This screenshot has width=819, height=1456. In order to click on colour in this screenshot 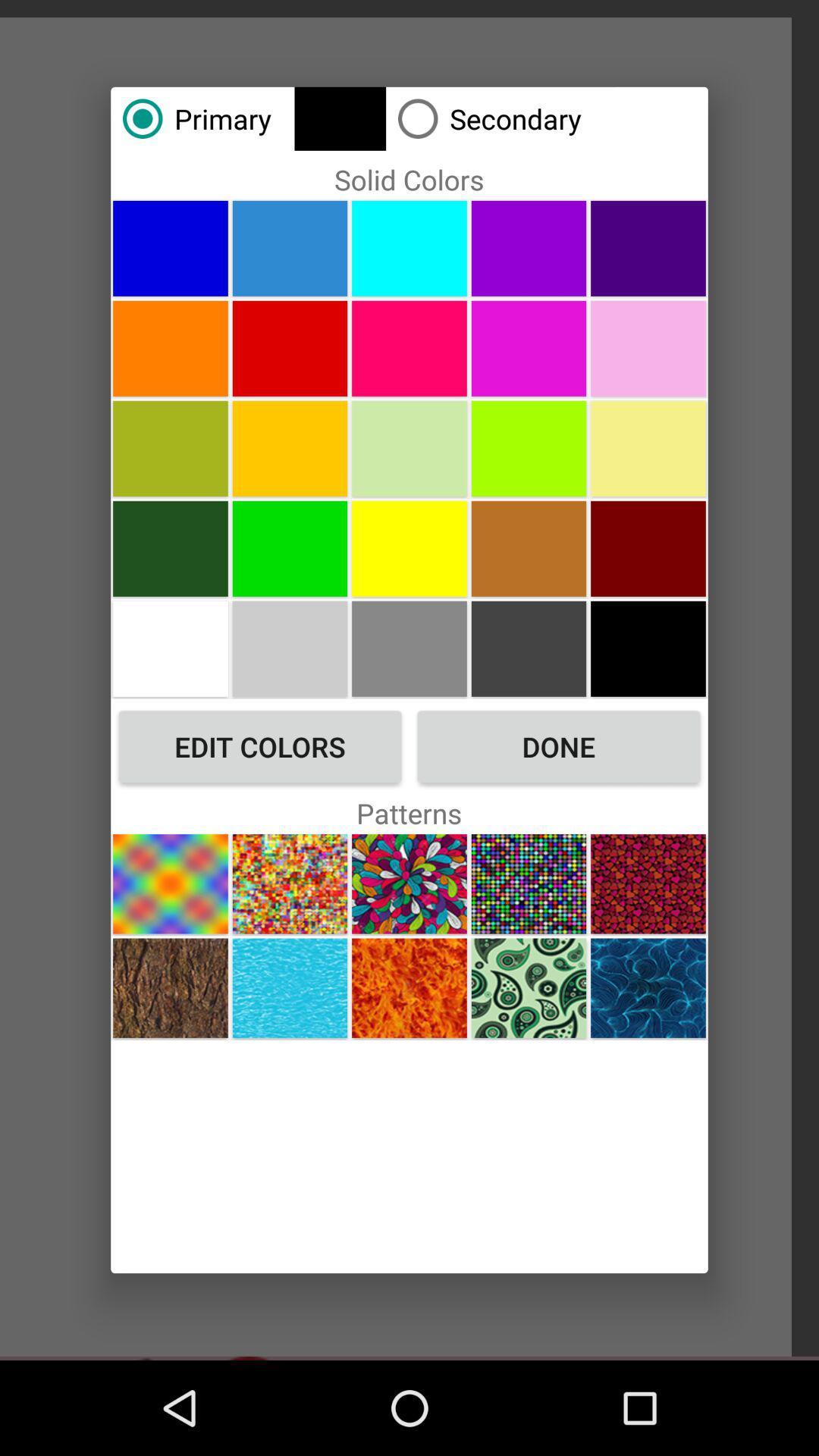, I will do `click(290, 447)`.